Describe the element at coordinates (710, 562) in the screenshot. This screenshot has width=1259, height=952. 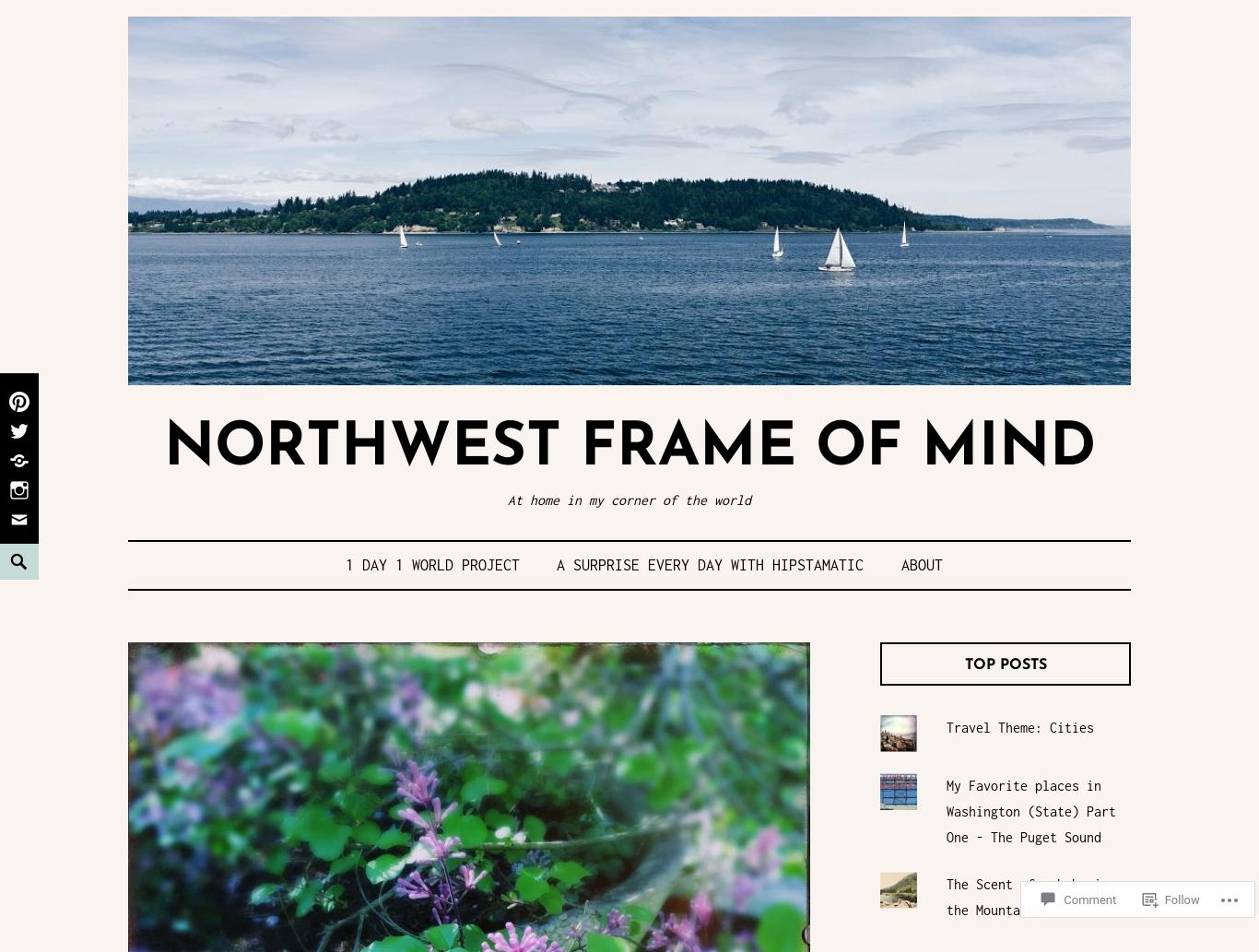
I see `'A Surprise Every Day with Hipstamatic'` at that location.